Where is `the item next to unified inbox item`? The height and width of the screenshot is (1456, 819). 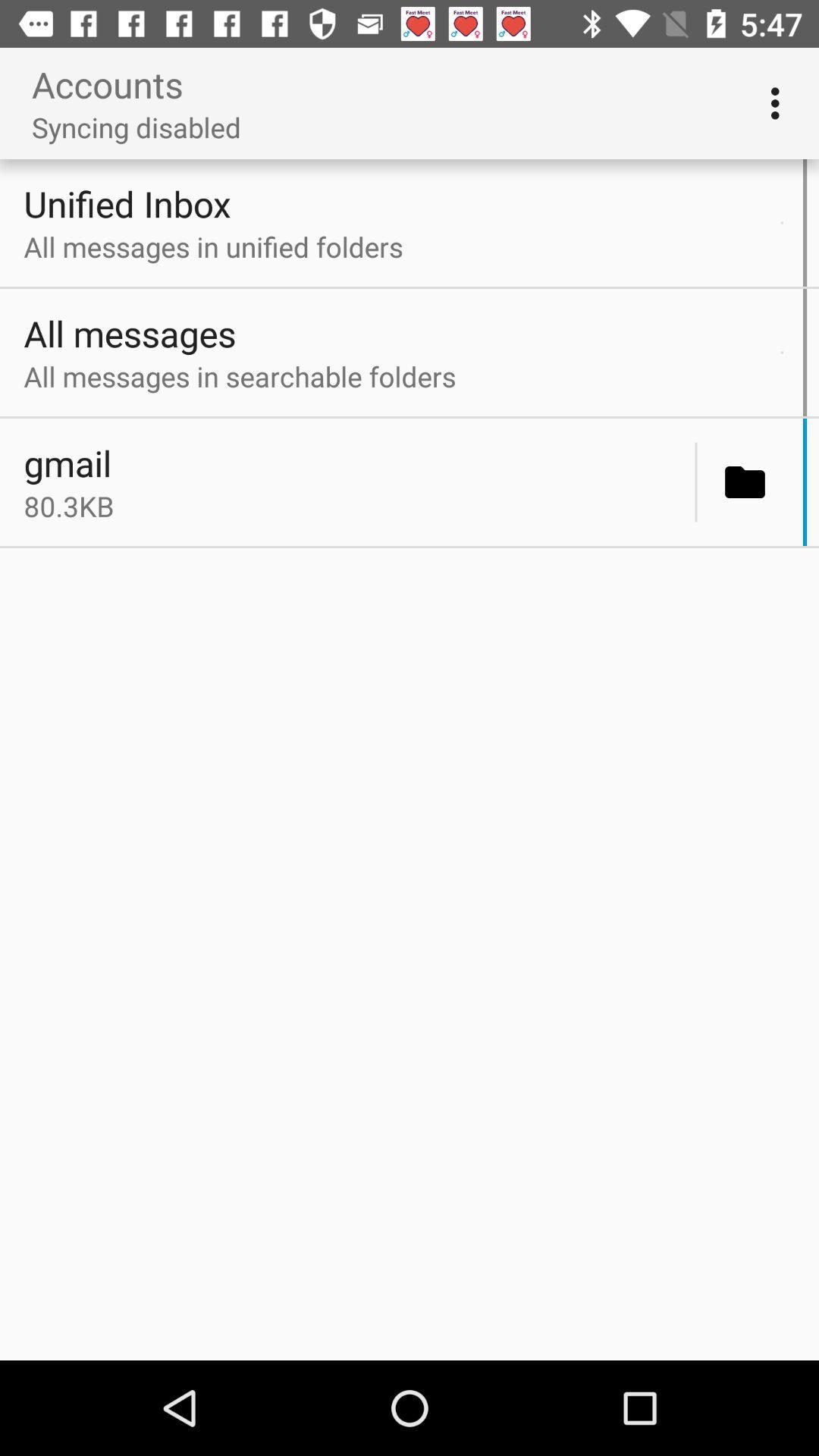 the item next to unified inbox item is located at coordinates (782, 221).